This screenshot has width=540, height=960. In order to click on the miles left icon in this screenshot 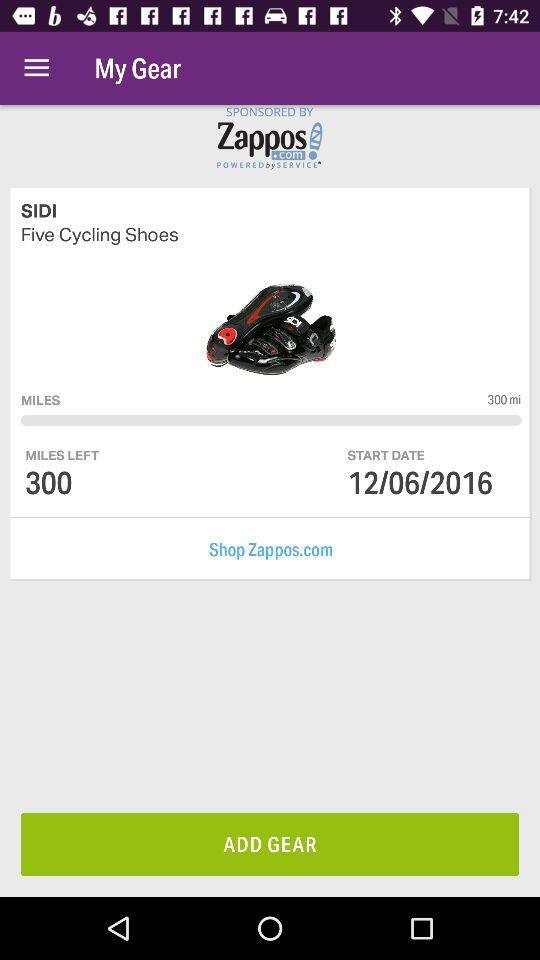, I will do `click(62, 455)`.